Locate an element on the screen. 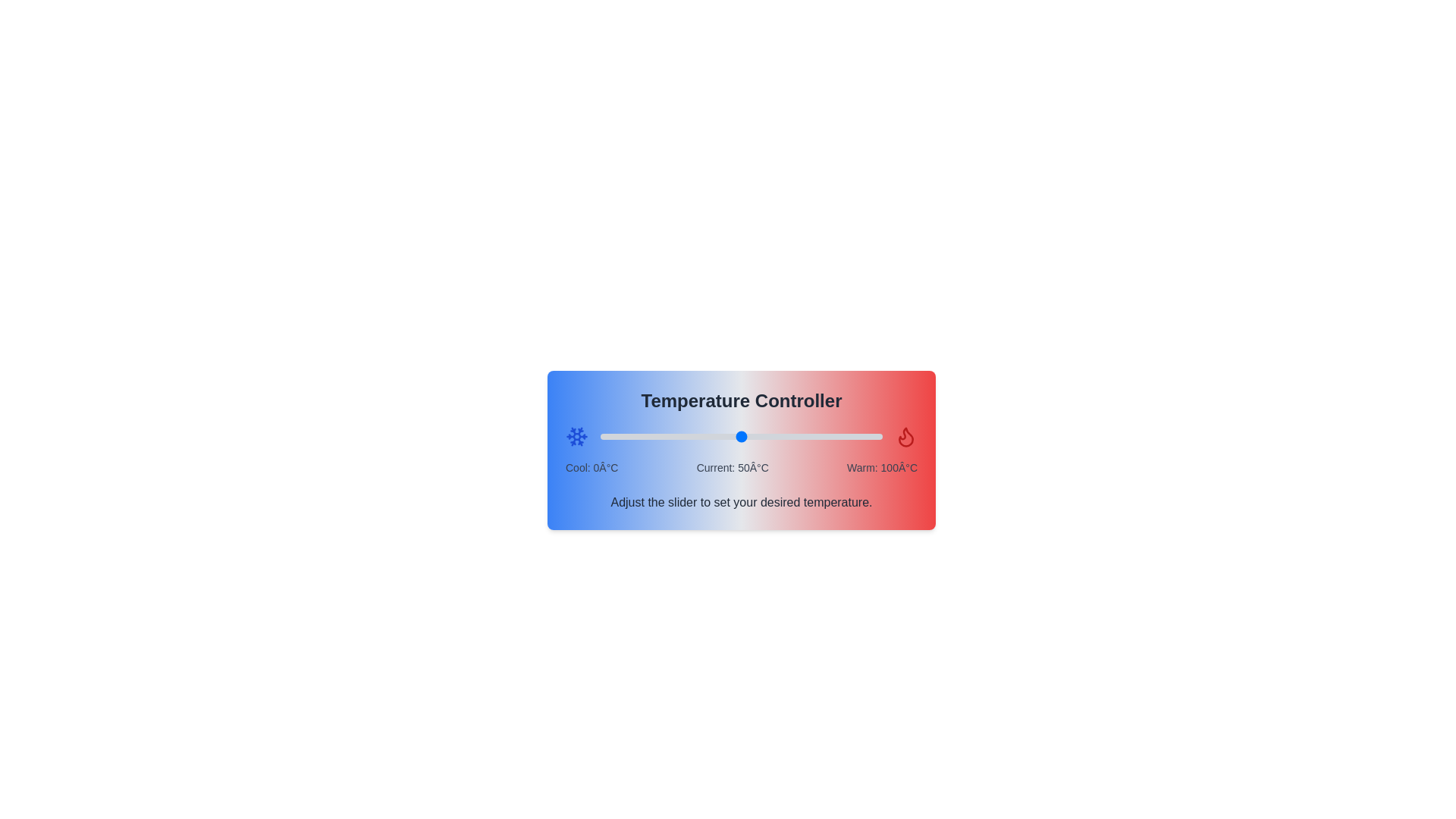  the temperature to 60°C by adjusting the slider is located at coordinates (770, 436).